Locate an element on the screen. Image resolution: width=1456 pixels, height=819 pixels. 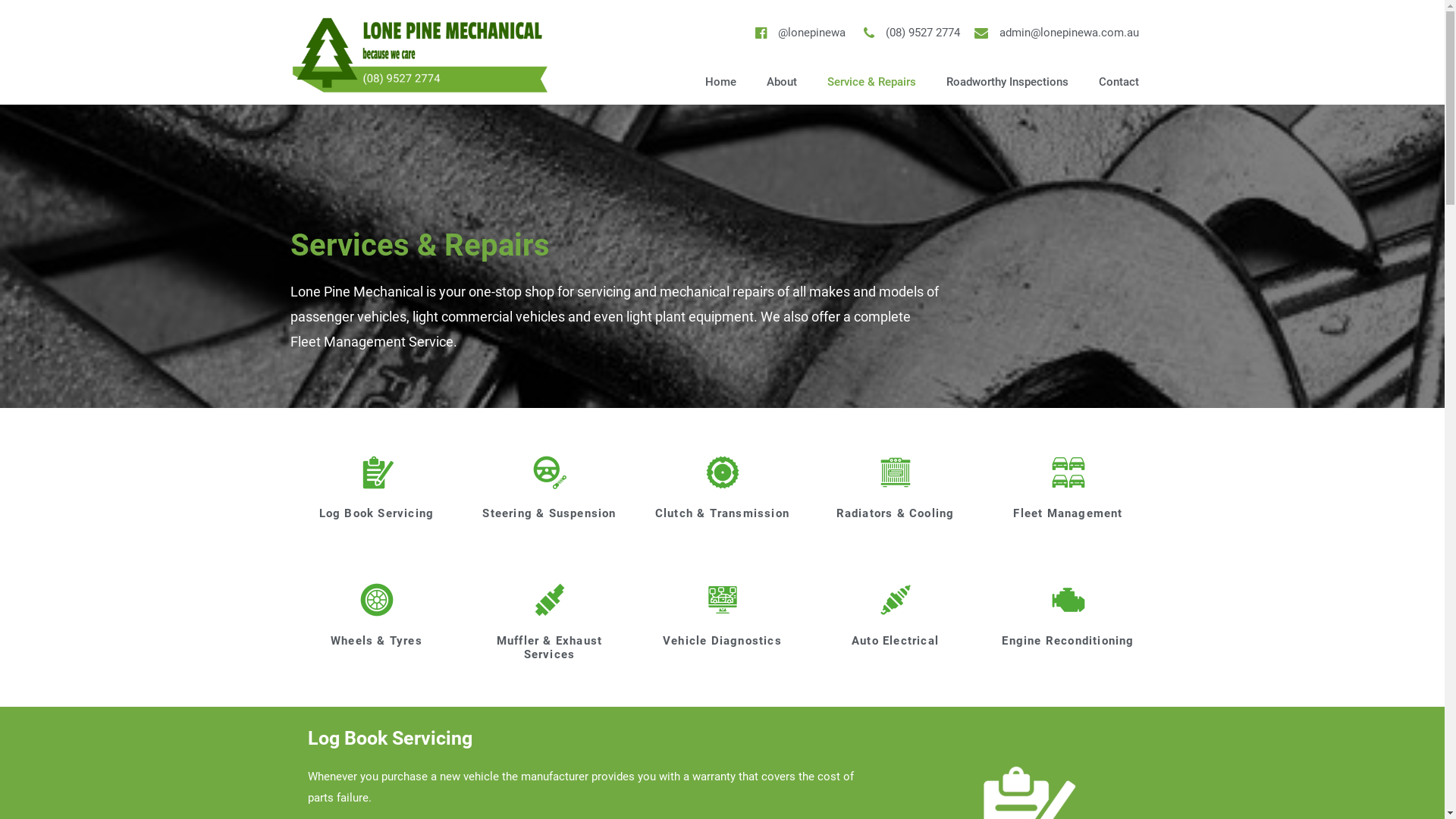
'admin@lonepinewa.com.au' is located at coordinates (1055, 33).